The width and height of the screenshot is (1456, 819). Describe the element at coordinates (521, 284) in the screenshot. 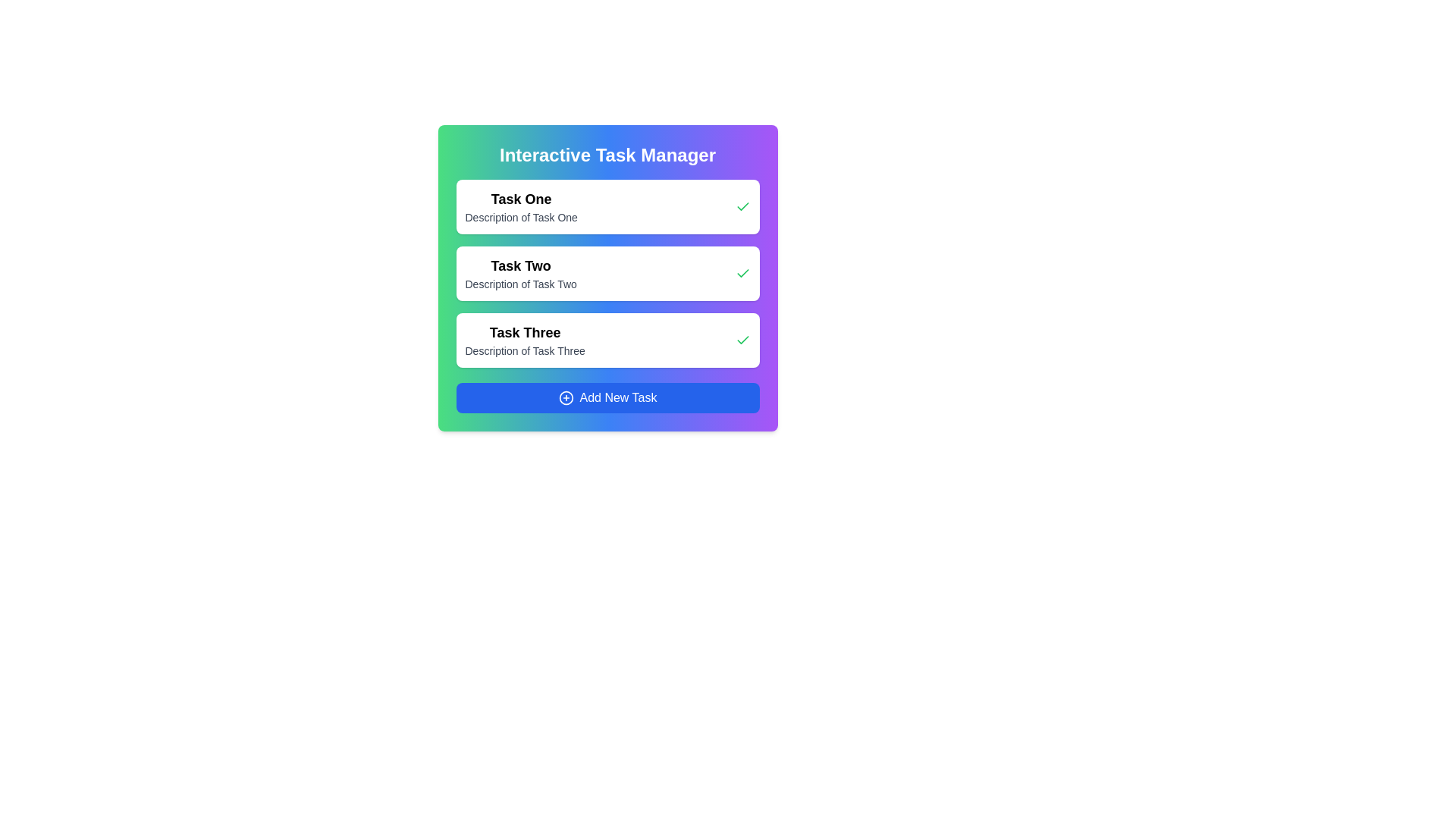

I see `the static text label providing additional information for 'Task Two', located directly below the 'Task Two' text within the second task card` at that location.